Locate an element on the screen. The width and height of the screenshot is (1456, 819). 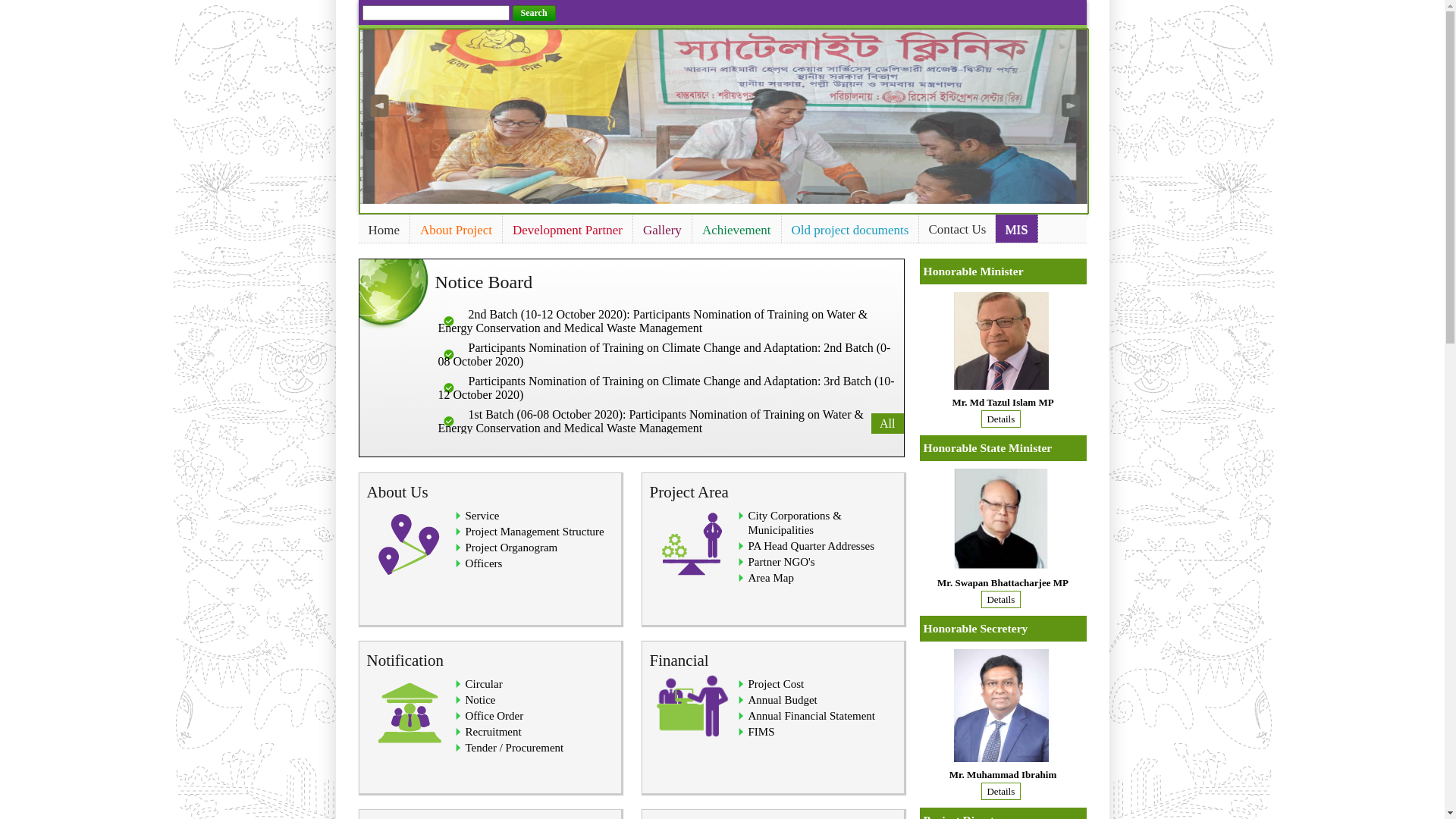
'Office Order' is located at coordinates (494, 716).